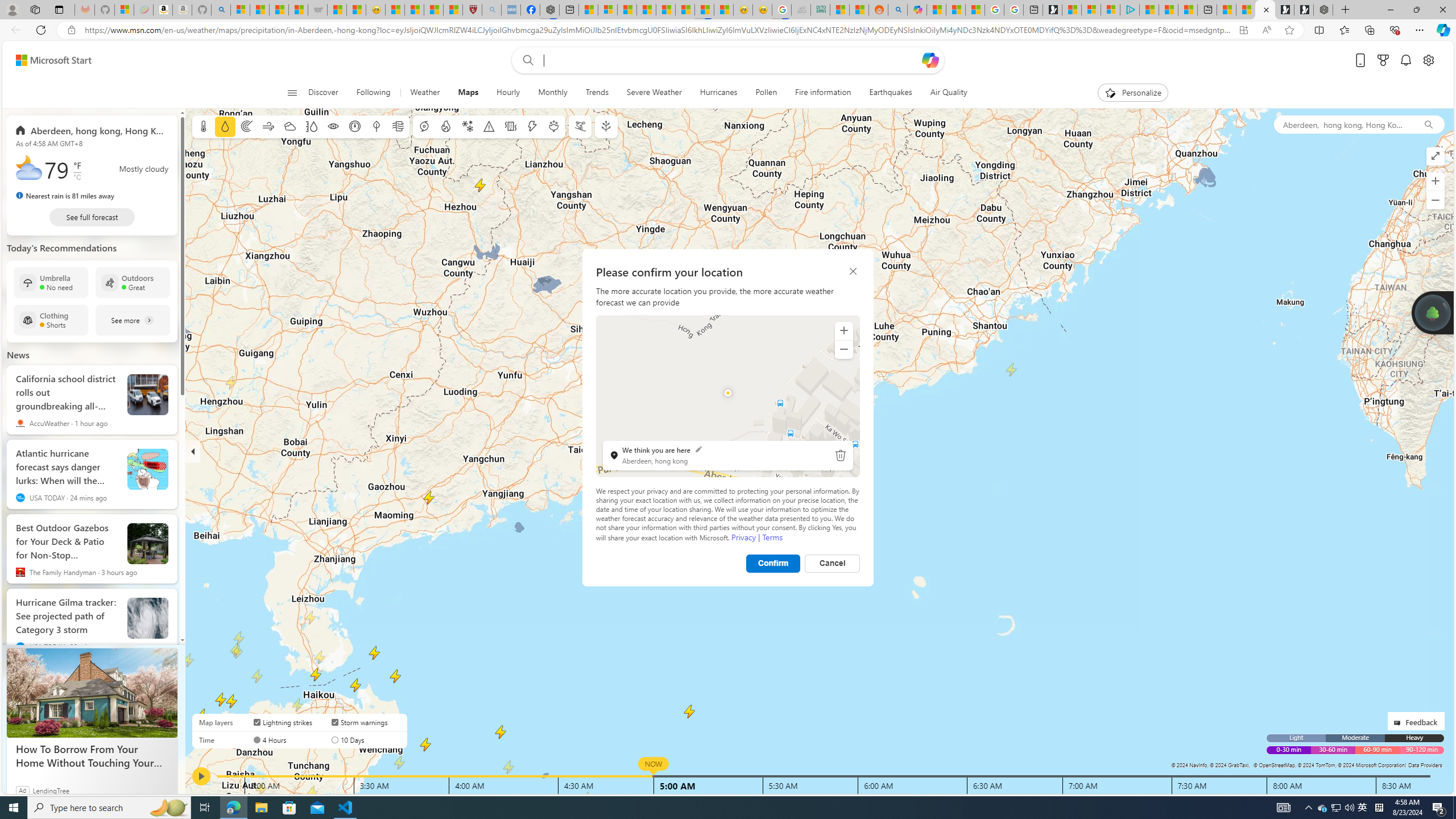 This screenshot has width=1456, height=819. Describe the element at coordinates (718, 92) in the screenshot. I see `'Hurricanes'` at that location.